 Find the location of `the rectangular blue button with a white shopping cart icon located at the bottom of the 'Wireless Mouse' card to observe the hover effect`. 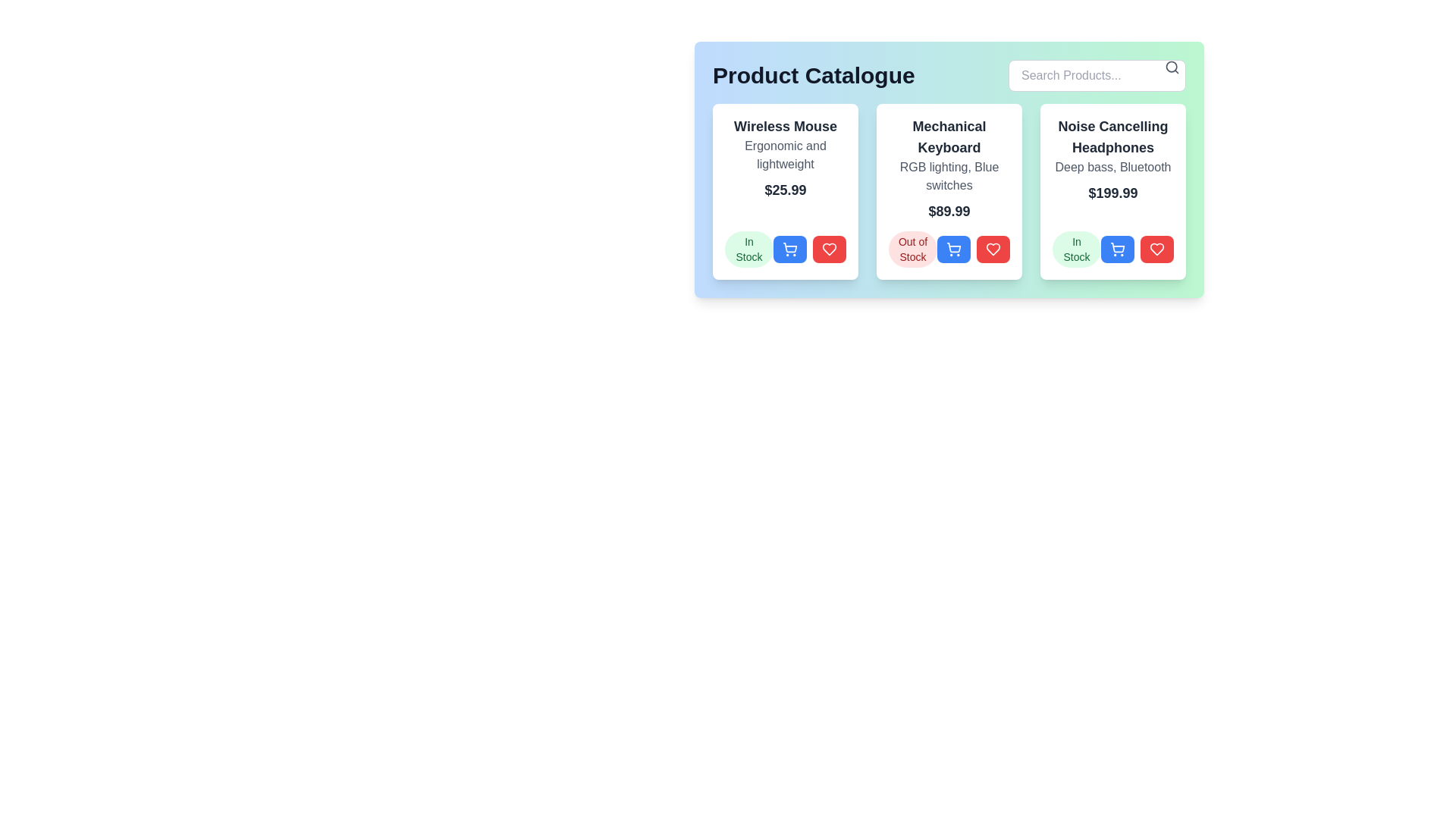

the rectangular blue button with a white shopping cart icon located at the bottom of the 'Wireless Mouse' card to observe the hover effect is located at coordinates (789, 248).